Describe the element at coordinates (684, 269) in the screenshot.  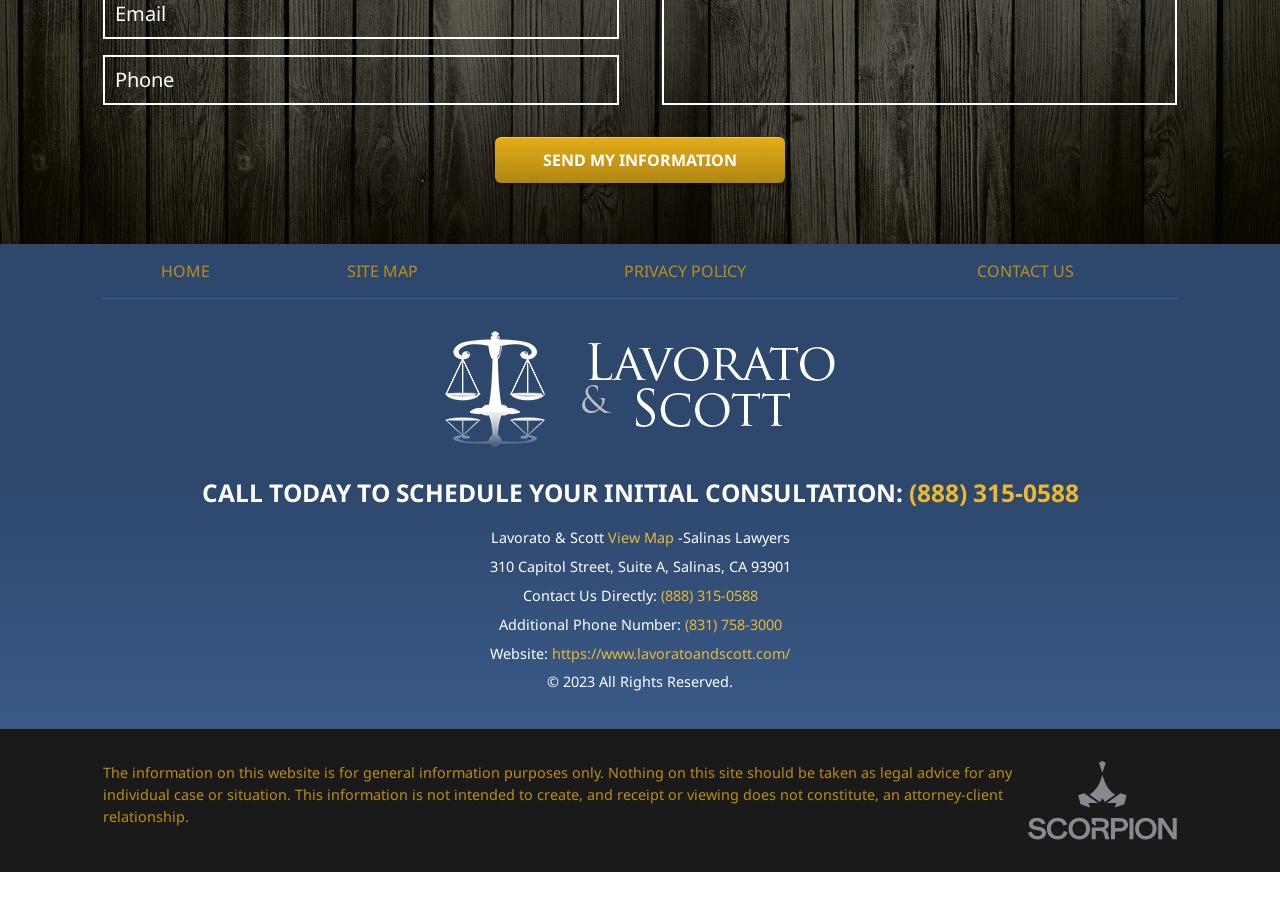
I see `'Privacy Policy'` at that location.